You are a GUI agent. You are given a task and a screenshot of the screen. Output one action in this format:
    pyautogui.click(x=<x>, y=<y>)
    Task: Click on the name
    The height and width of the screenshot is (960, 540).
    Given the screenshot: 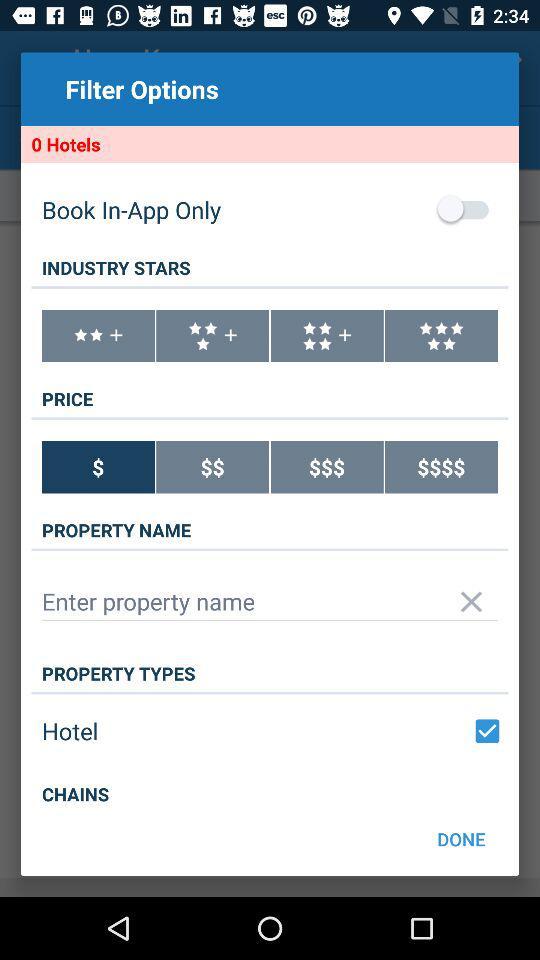 What is the action you would take?
    pyautogui.click(x=270, y=600)
    